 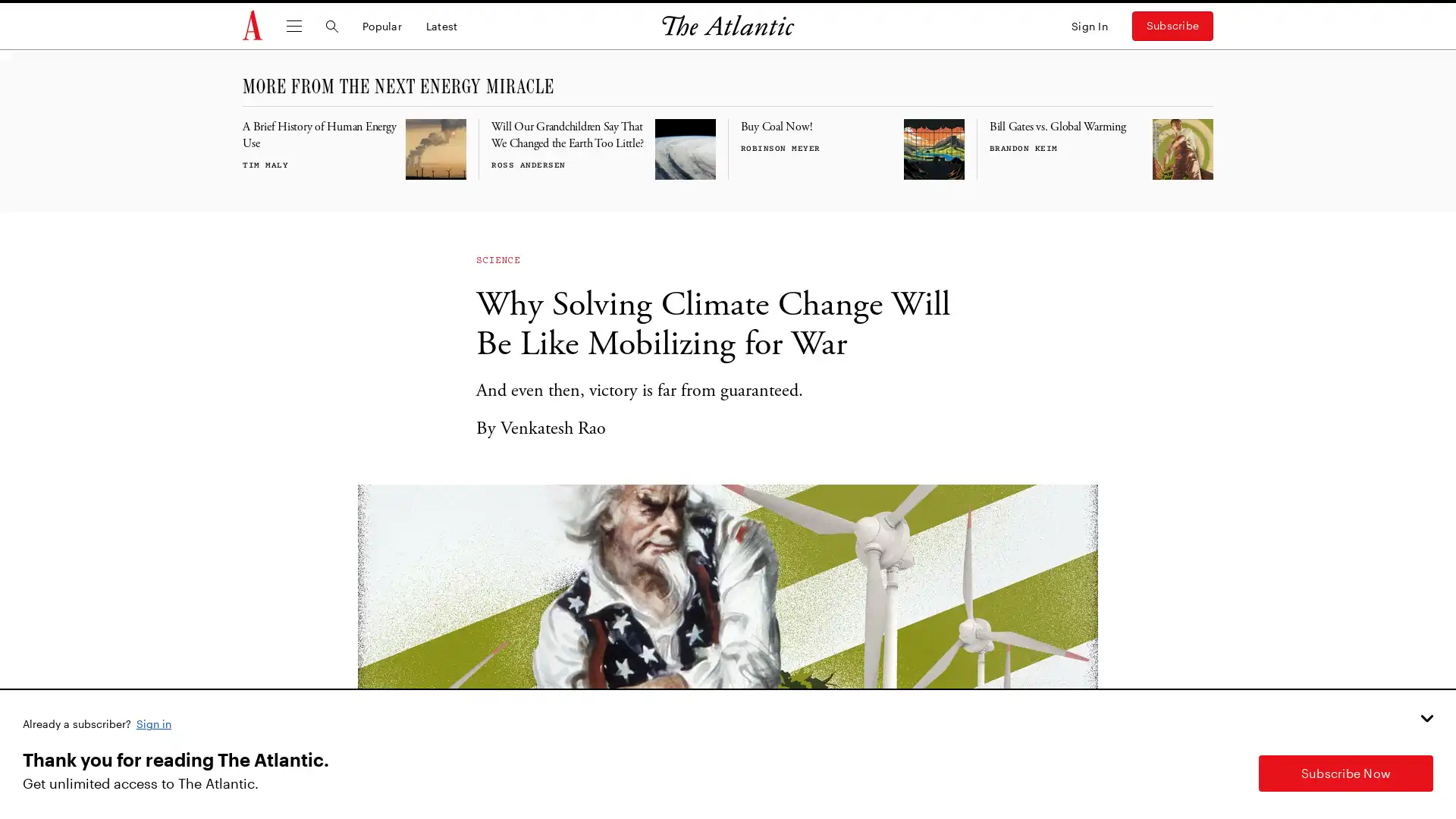 What do you see at coordinates (155, 722) in the screenshot?
I see `Sign in` at bounding box center [155, 722].